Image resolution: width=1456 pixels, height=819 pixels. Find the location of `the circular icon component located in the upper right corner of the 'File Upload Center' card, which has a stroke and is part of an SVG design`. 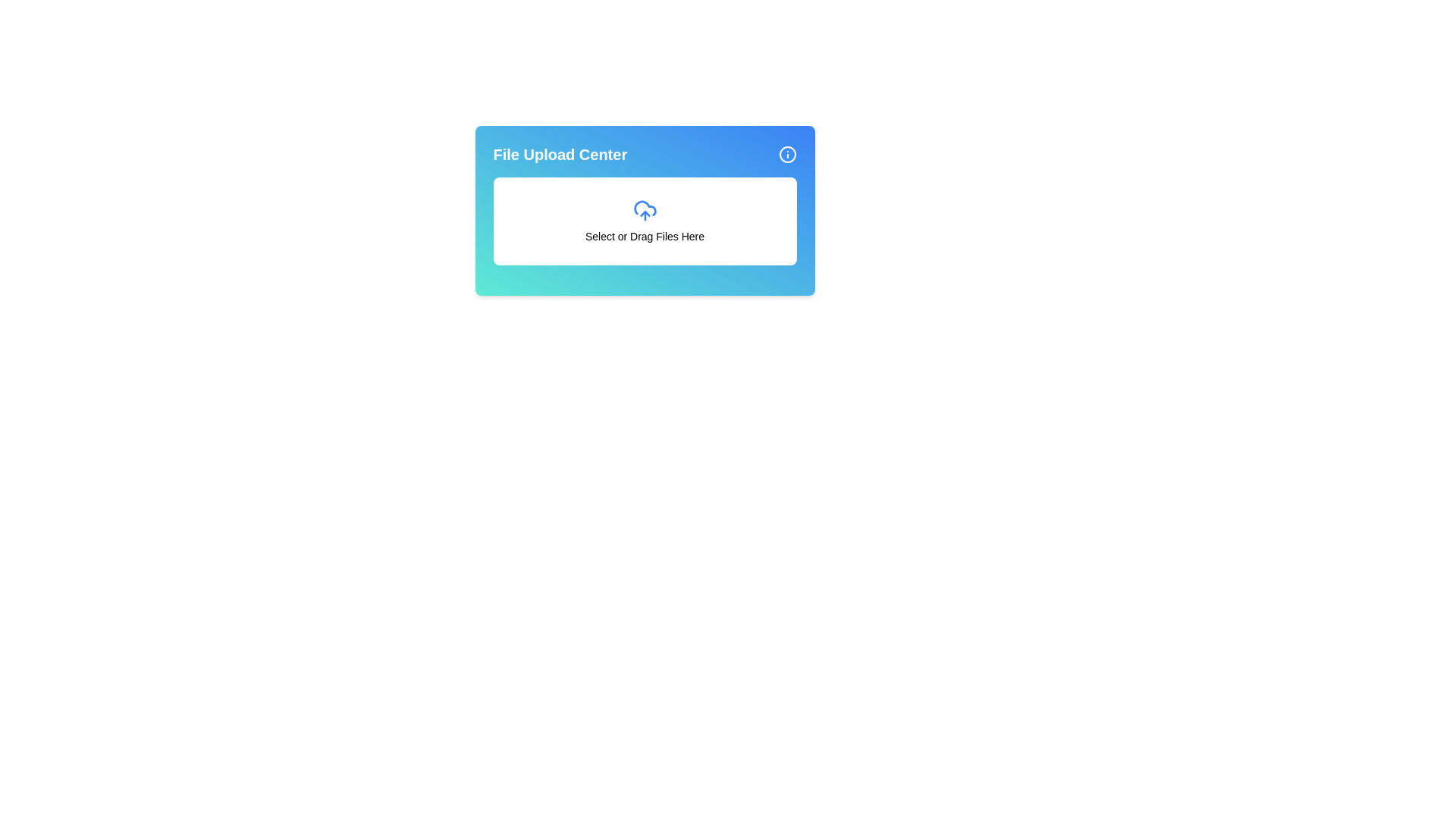

the circular icon component located in the upper right corner of the 'File Upload Center' card, which has a stroke and is part of an SVG design is located at coordinates (787, 155).